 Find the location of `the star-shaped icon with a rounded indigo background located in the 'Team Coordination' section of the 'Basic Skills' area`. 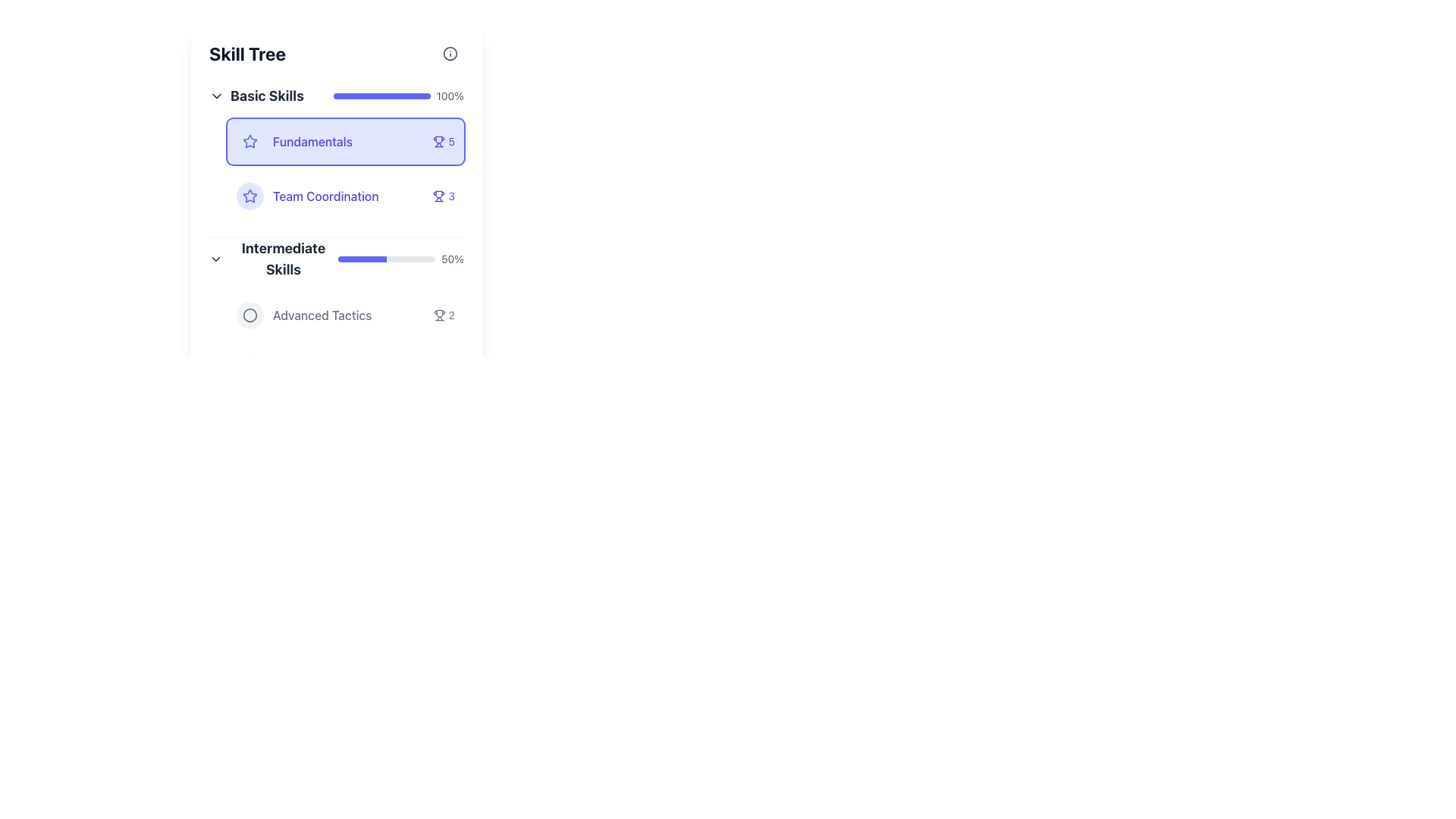

the star-shaped icon with a rounded indigo background located in the 'Team Coordination' section of the 'Basic Skills' area is located at coordinates (250, 195).